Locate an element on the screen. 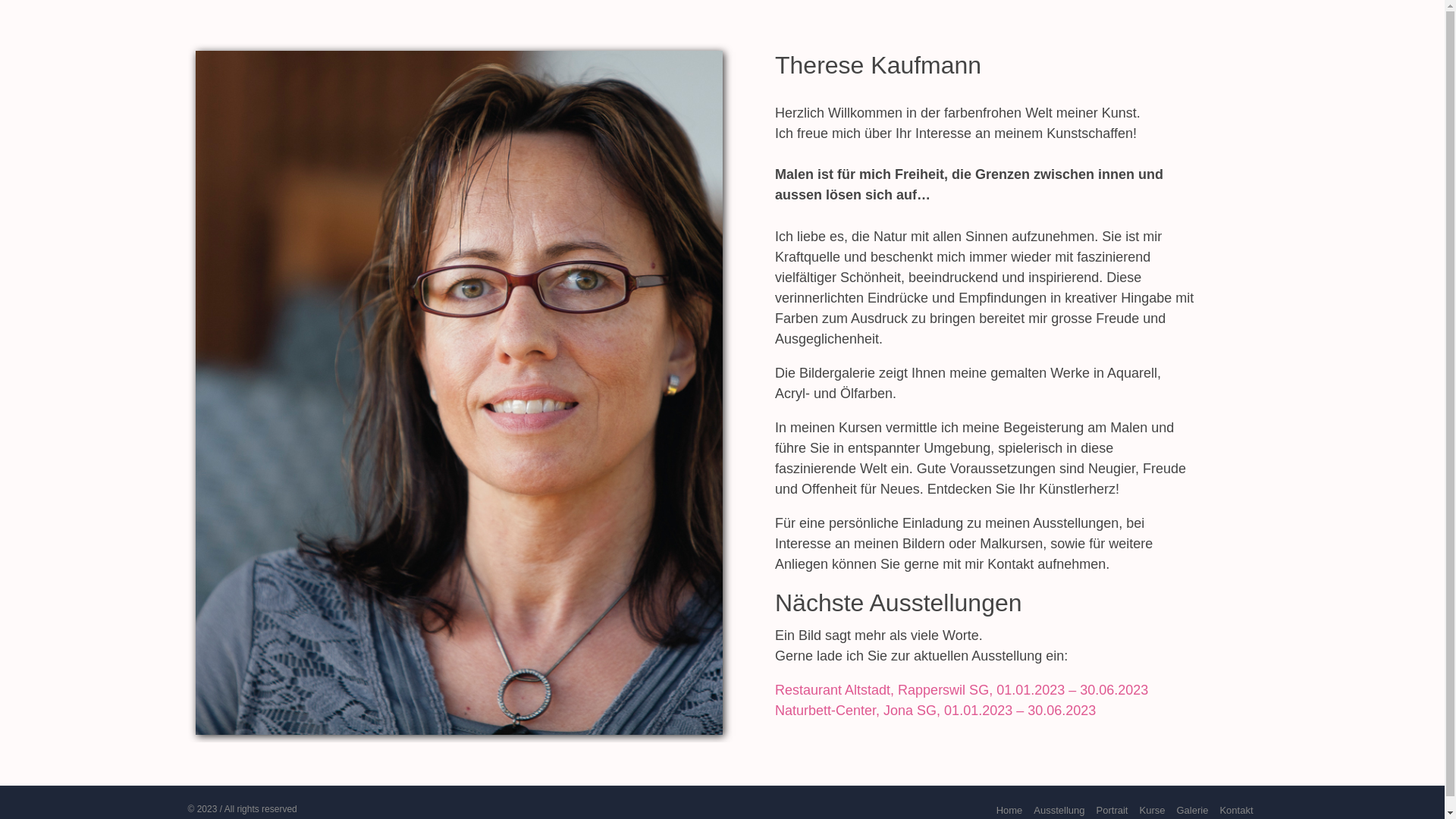 This screenshot has width=1456, height=819. 'Home' is located at coordinates (1009, 809).